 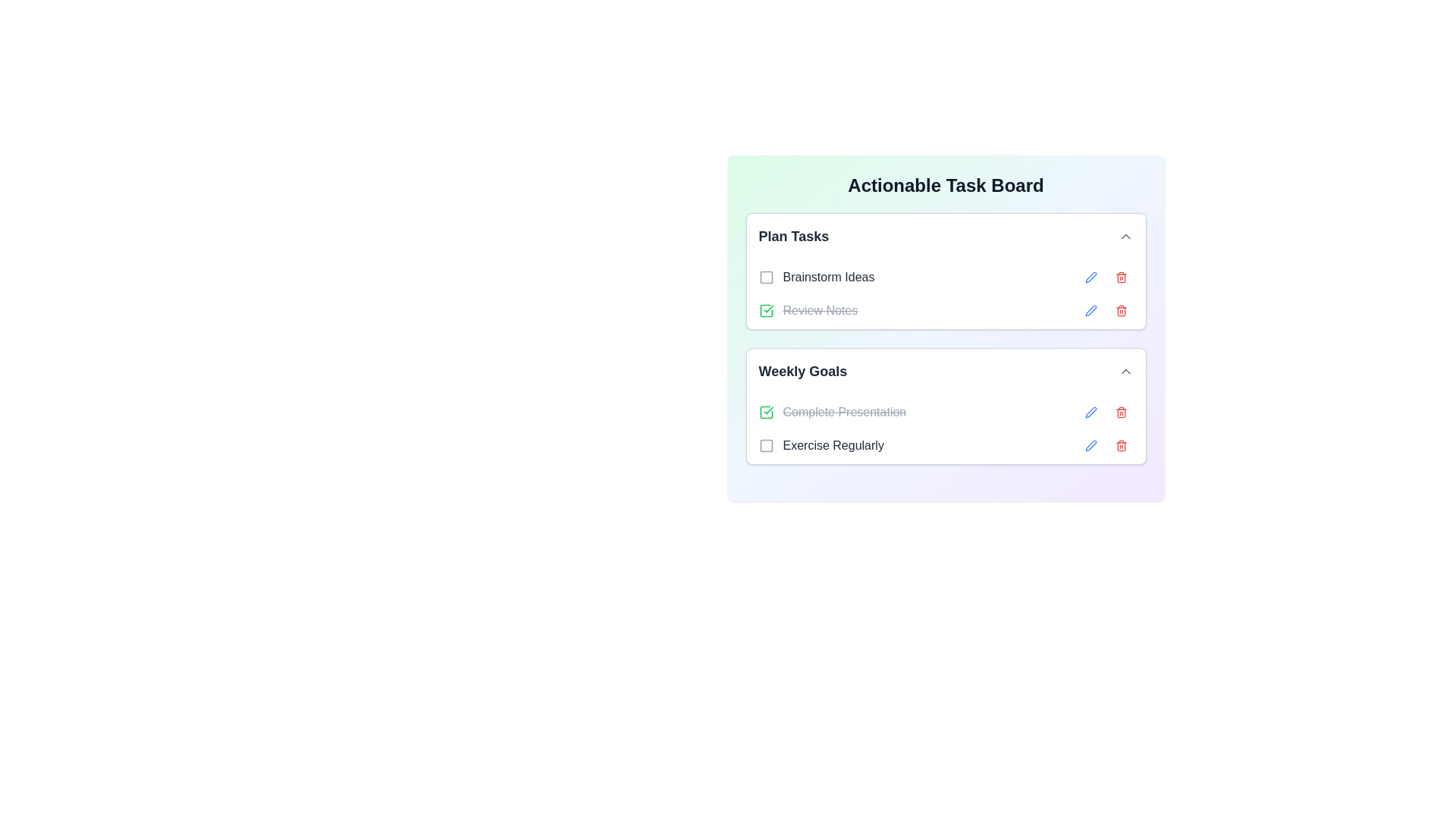 I want to click on the Checkbox-like icon located to the left of the 'Brainstorm Ideas' text, so click(x=766, y=278).